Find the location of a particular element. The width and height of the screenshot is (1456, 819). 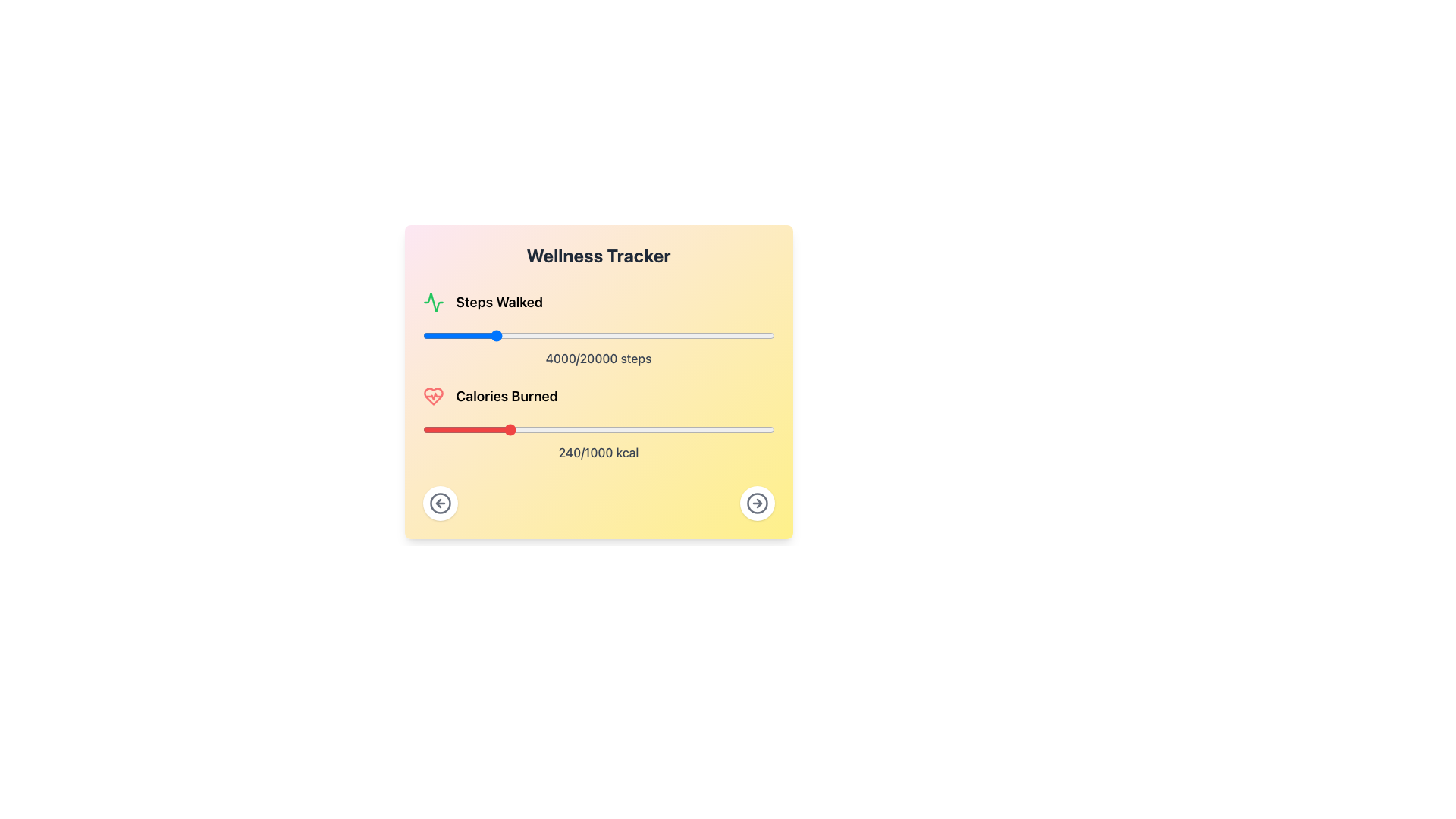

the steps walked is located at coordinates (739, 335).